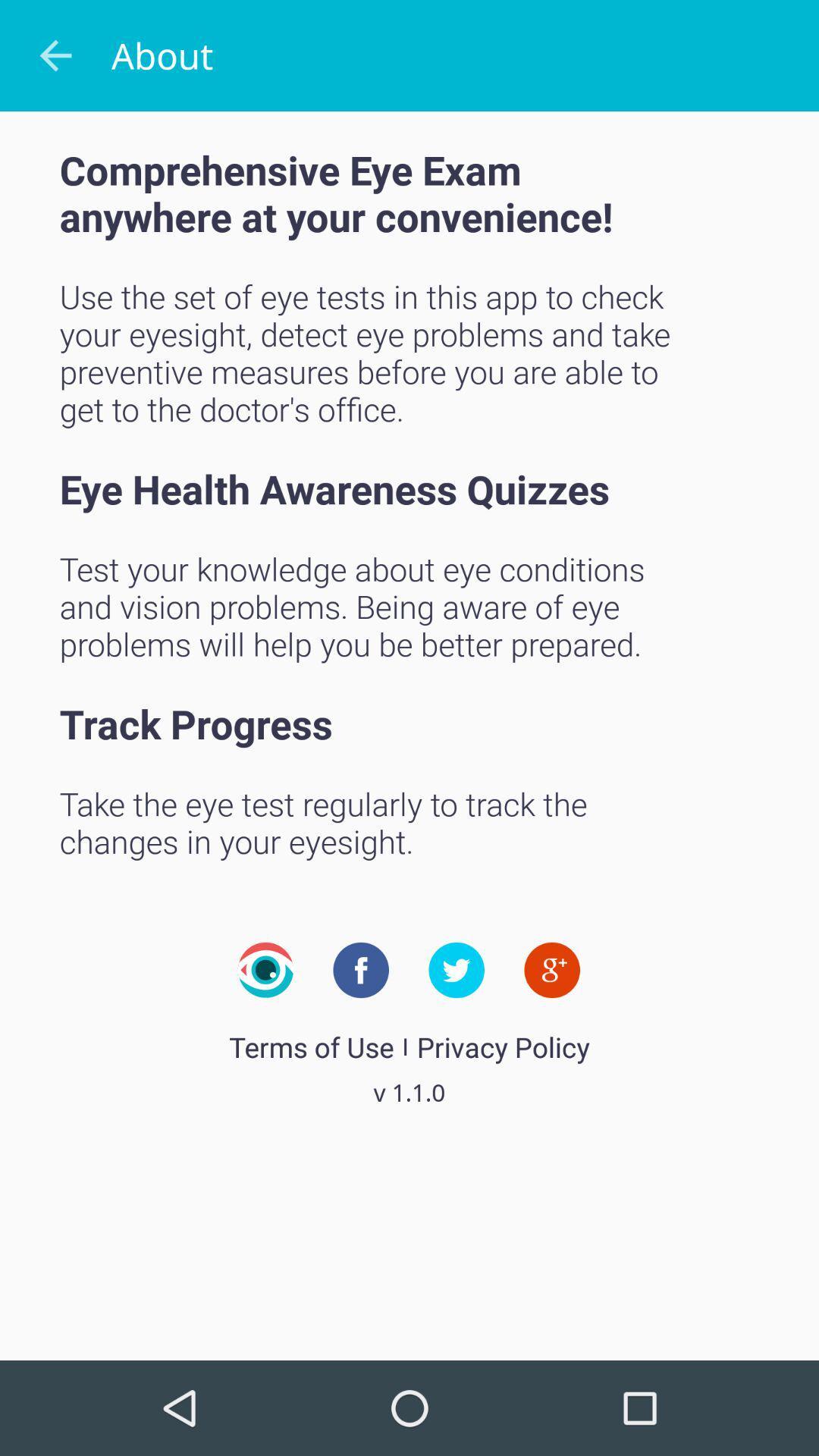 The width and height of the screenshot is (819, 1456). I want to click on connect to company twitter page, so click(456, 969).